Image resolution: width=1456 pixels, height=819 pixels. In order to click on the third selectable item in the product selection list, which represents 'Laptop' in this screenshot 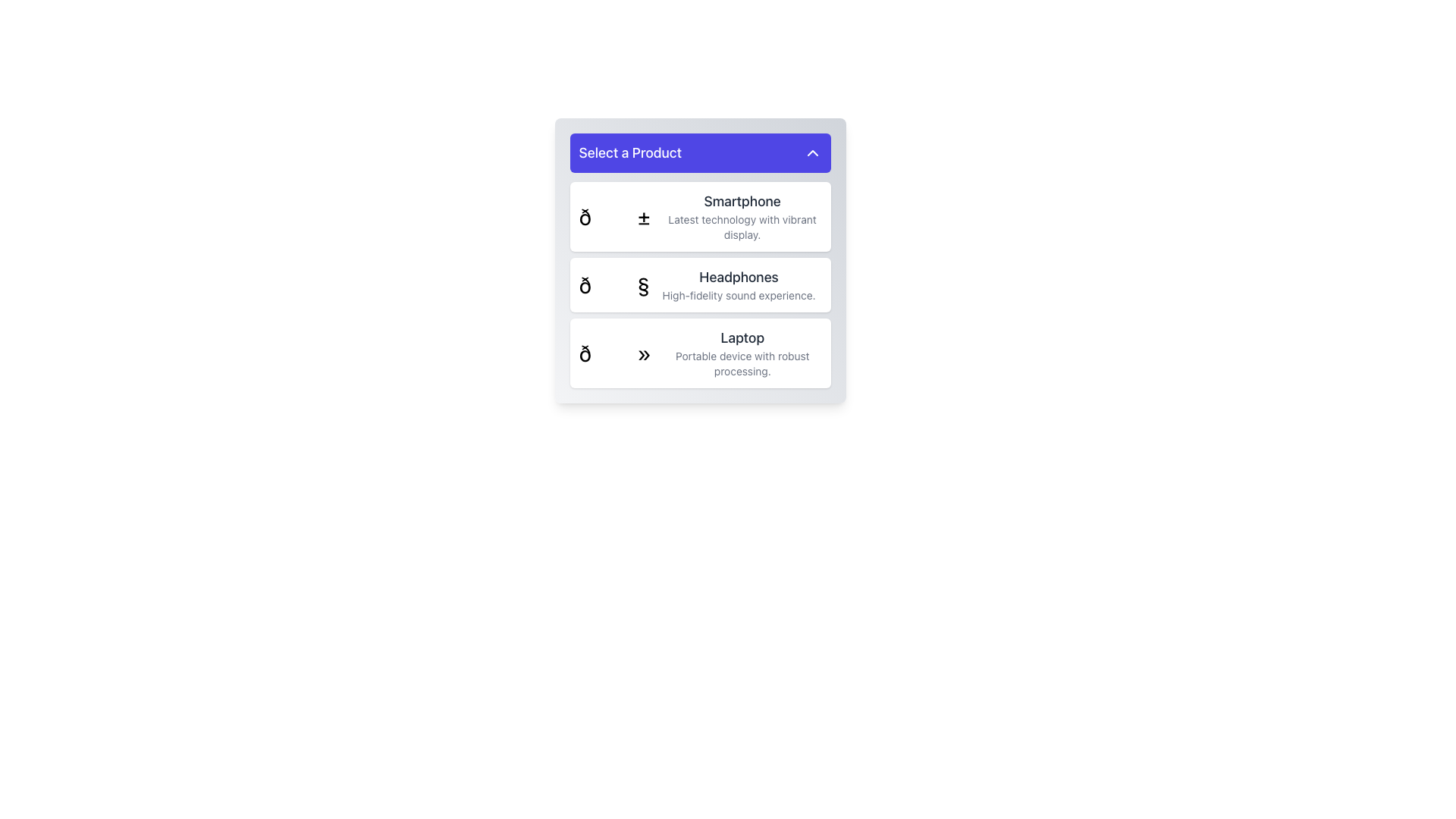, I will do `click(699, 353)`.